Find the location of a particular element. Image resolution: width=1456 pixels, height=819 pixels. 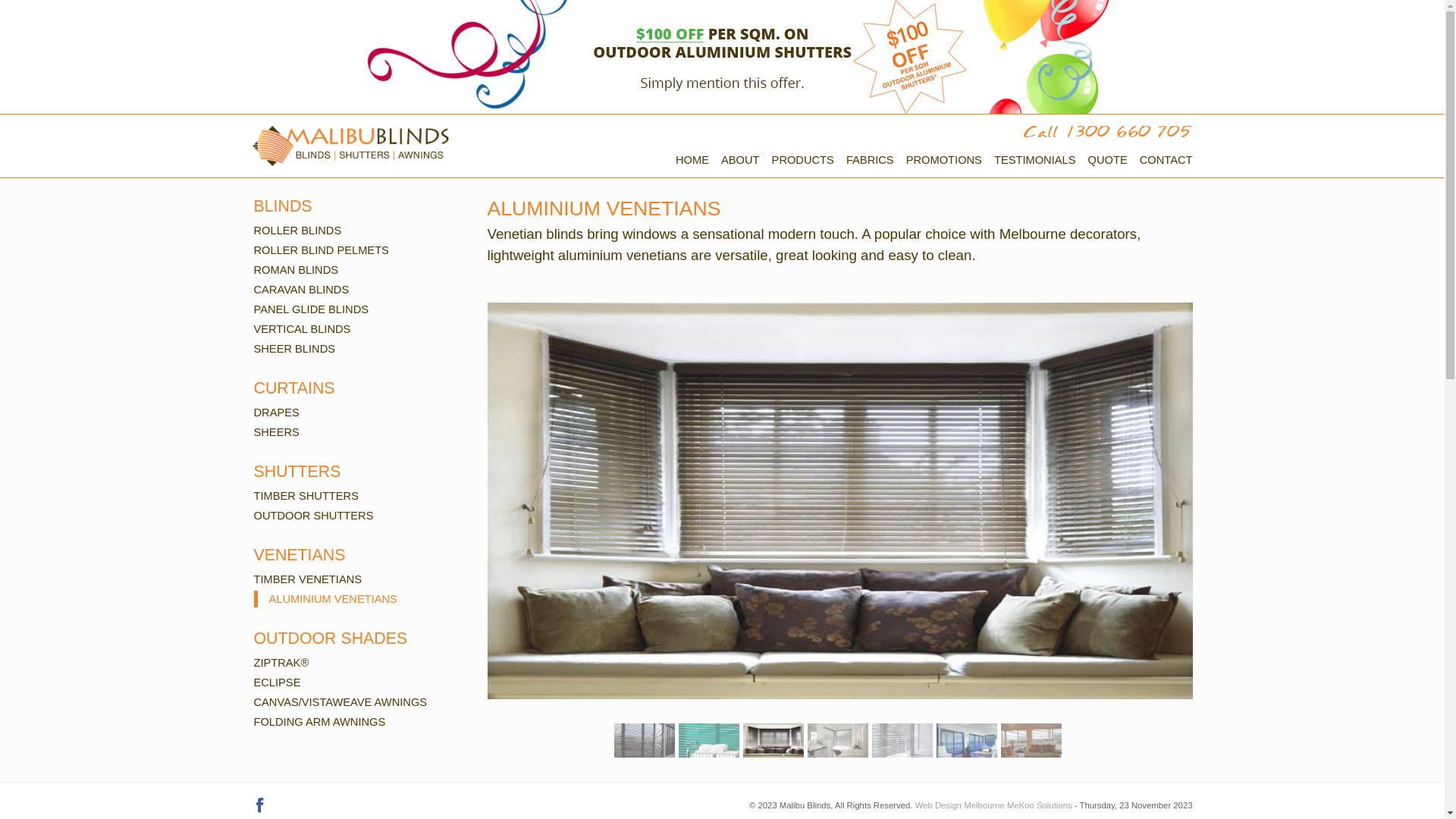

'ALUMINIUM VENETIANS' is located at coordinates (359, 598).